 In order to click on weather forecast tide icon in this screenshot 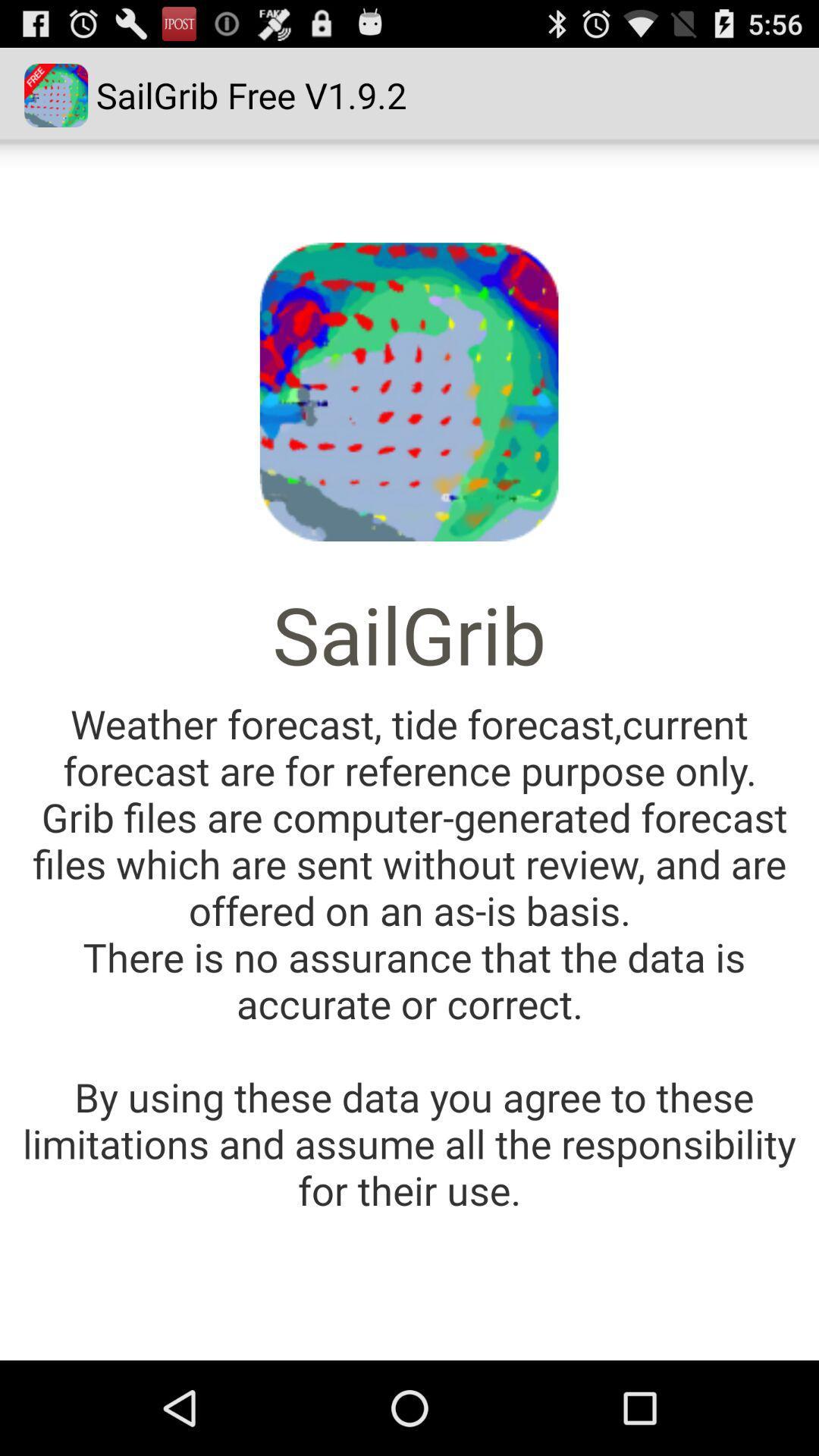, I will do `click(409, 955)`.